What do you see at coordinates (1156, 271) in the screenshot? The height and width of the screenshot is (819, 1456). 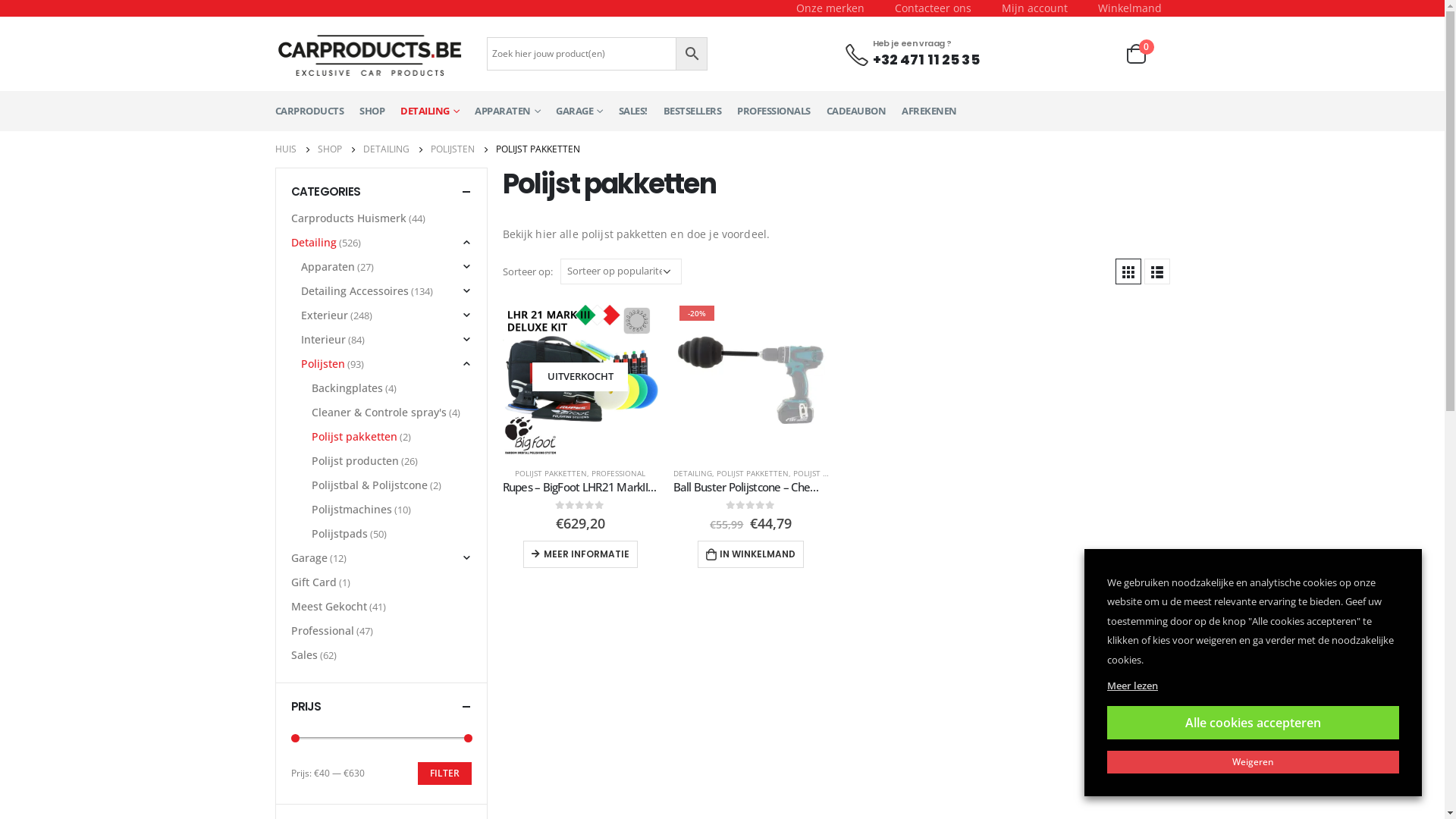 I see `'Lijstweergave'` at bounding box center [1156, 271].